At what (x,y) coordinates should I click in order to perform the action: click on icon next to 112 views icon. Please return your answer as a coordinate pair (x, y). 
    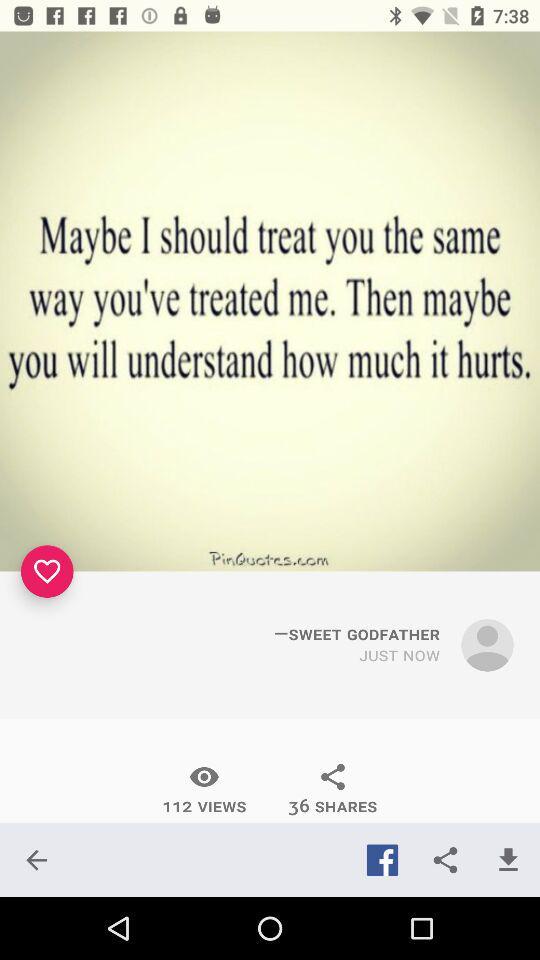
    Looking at the image, I should click on (333, 789).